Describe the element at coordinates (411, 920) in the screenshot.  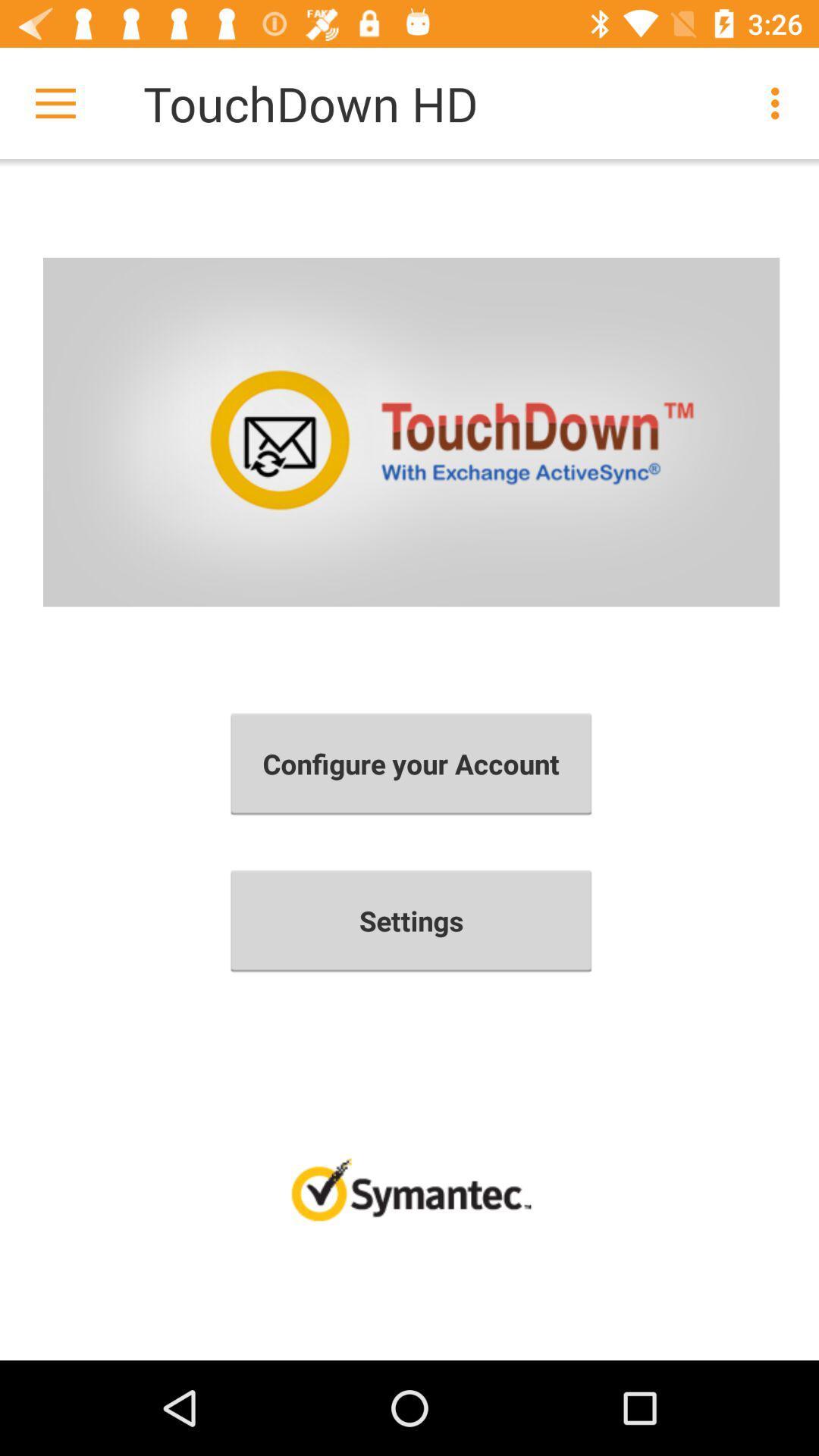
I see `settings item` at that location.